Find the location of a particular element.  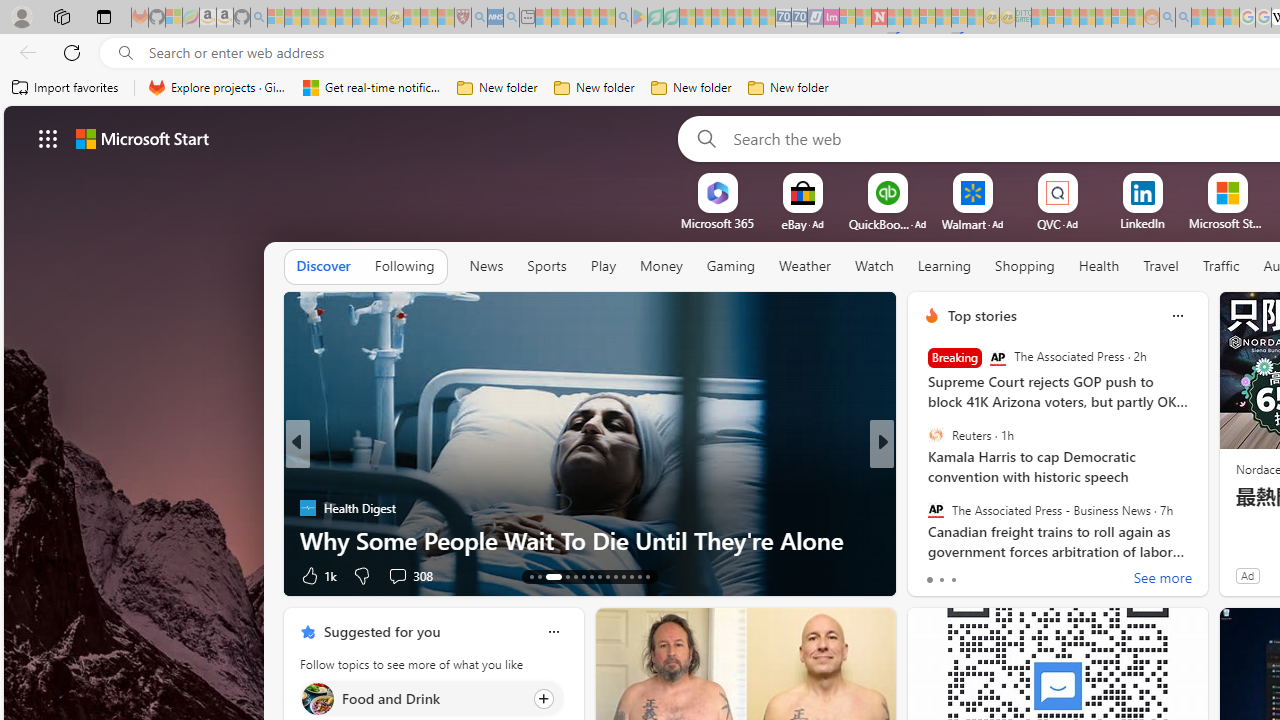

'Play' is located at coordinates (601, 265).